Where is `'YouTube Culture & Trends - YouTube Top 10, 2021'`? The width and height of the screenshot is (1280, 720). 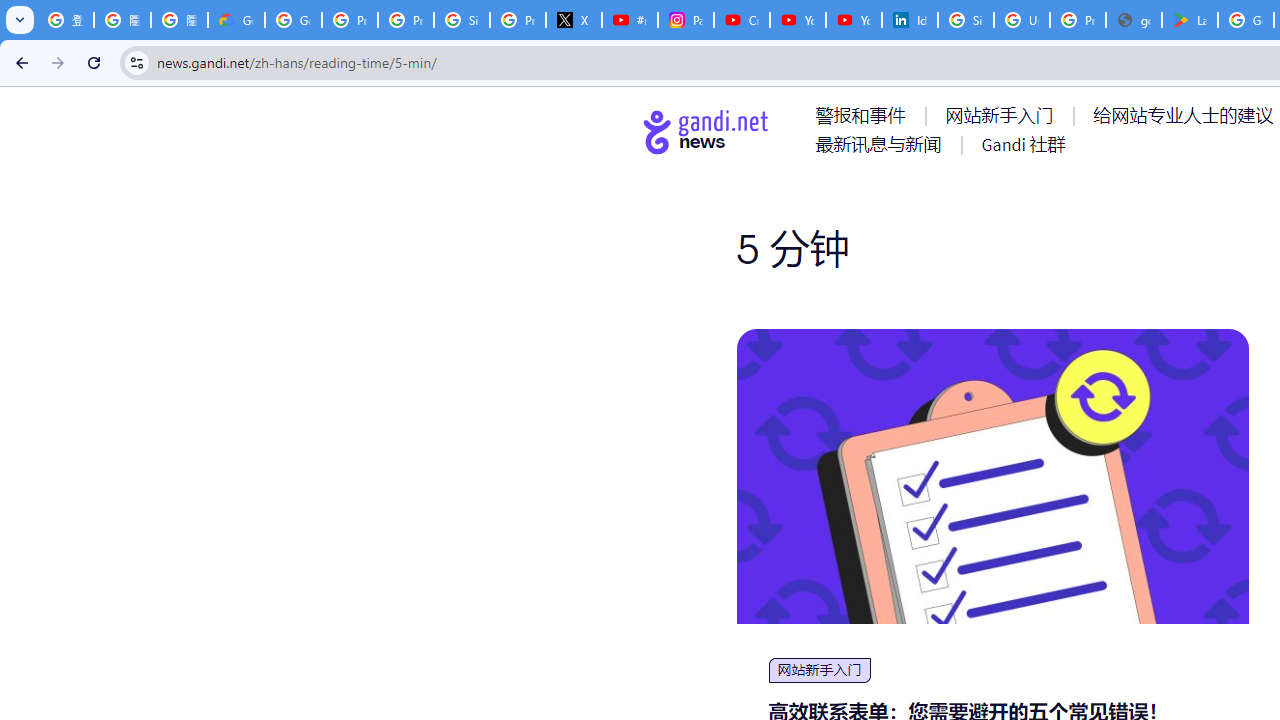 'YouTube Culture & Trends - YouTube Top 10, 2021' is located at coordinates (853, 20).